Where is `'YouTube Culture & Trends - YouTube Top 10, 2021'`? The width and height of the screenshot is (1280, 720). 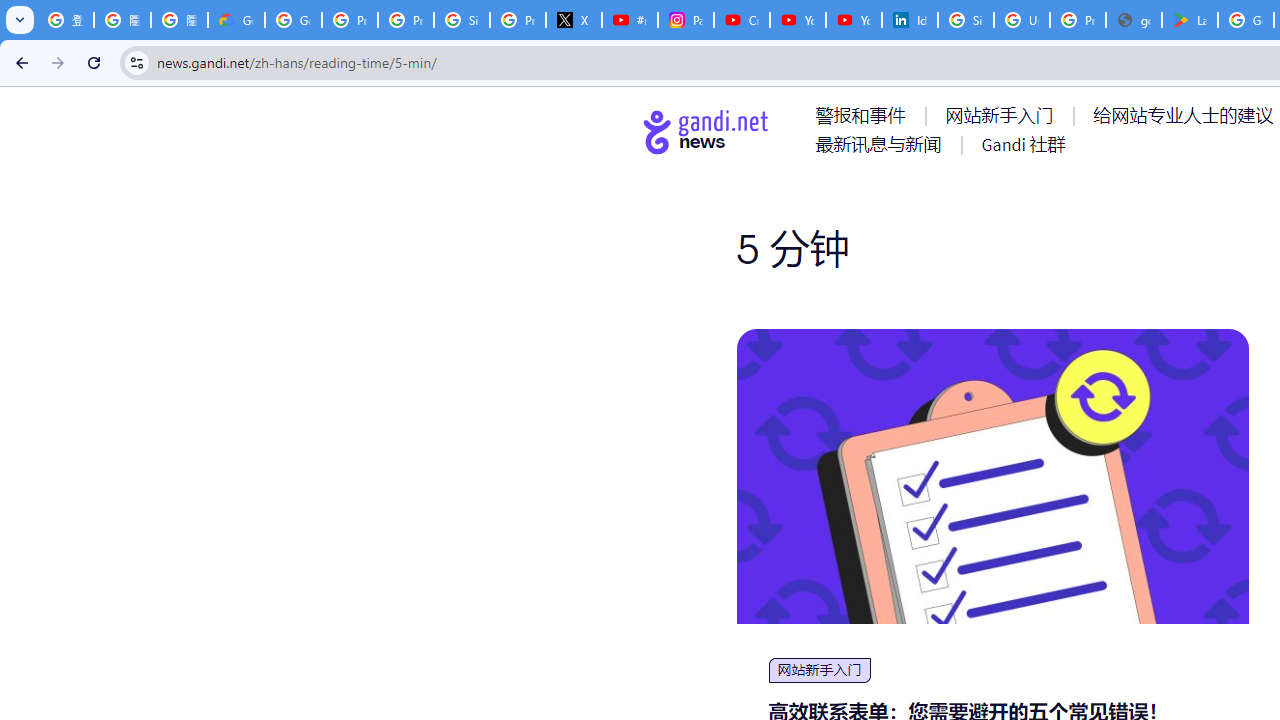 'YouTube Culture & Trends - YouTube Top 10, 2021' is located at coordinates (853, 20).